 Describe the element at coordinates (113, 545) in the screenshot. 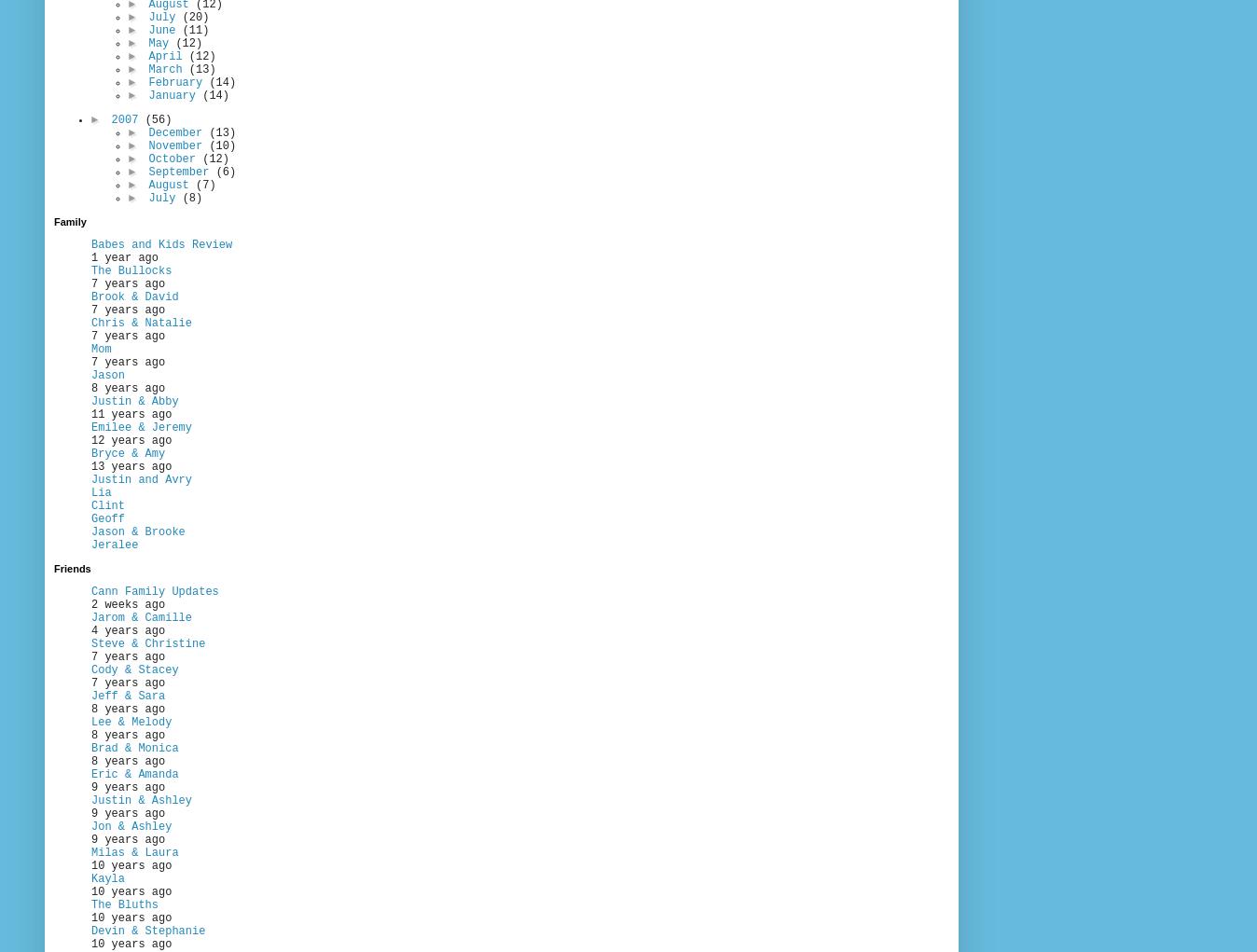

I see `'Jeralee'` at that location.